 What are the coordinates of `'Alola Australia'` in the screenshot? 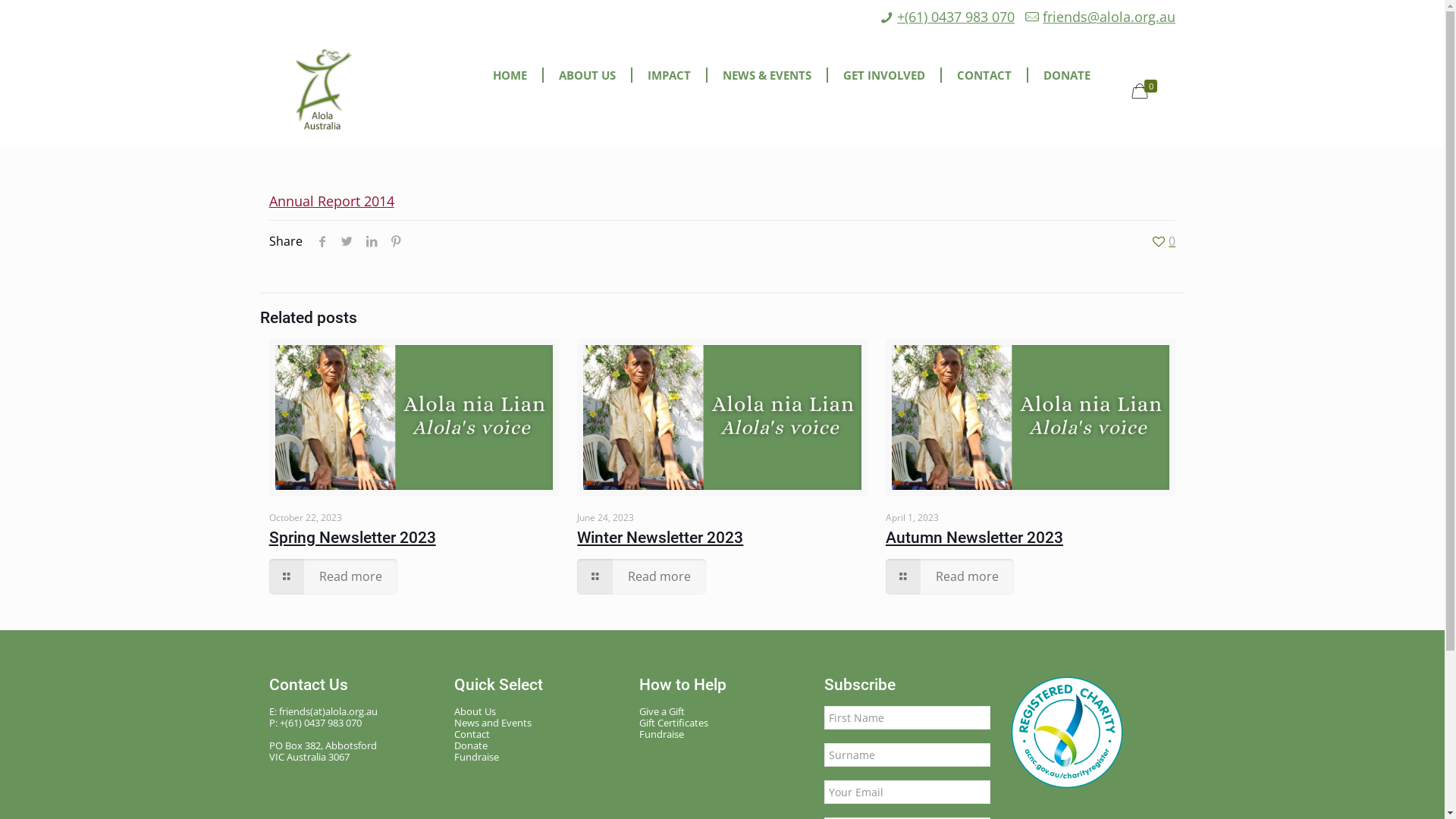 It's located at (323, 90).